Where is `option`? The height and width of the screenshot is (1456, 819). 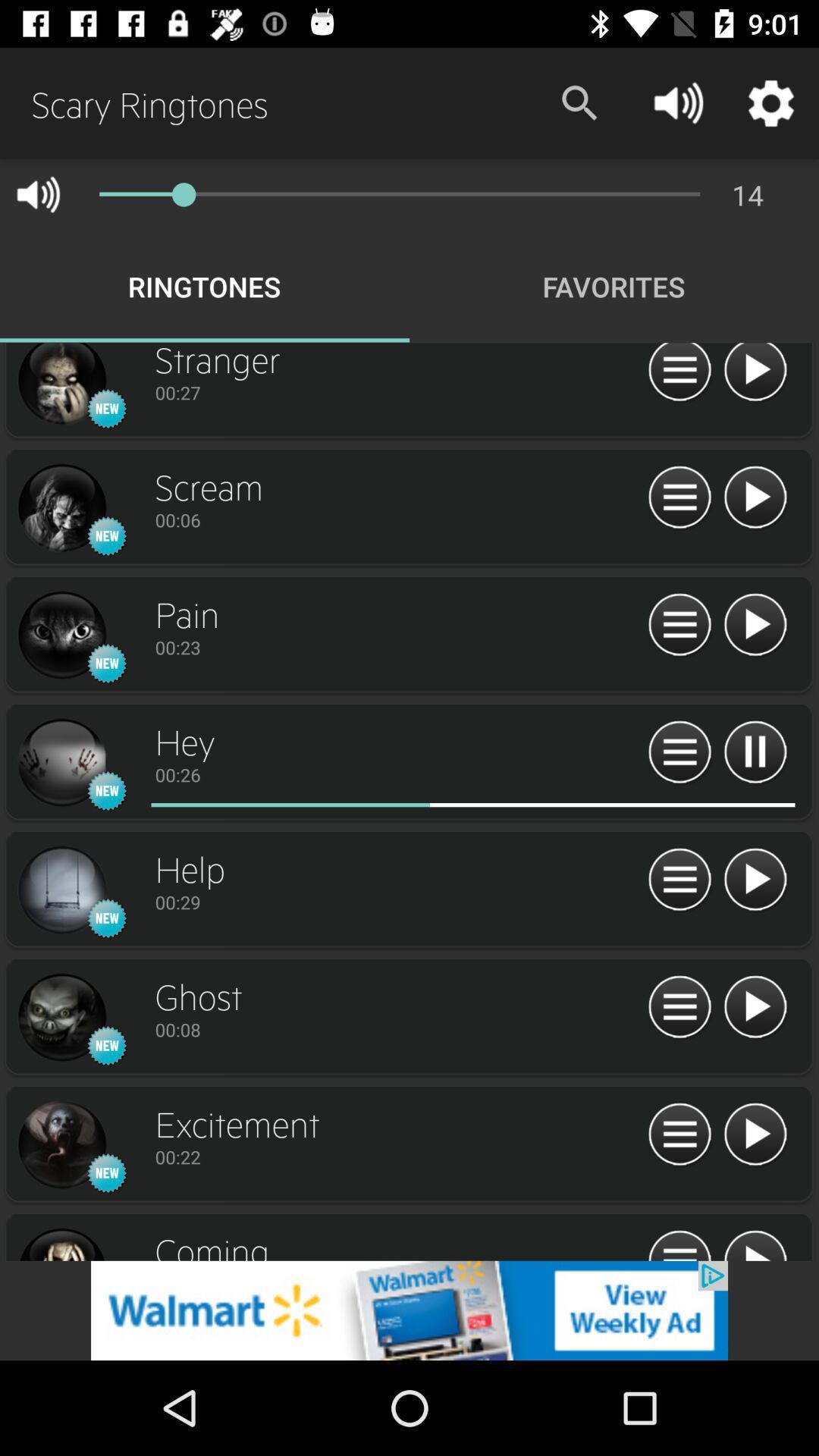 option is located at coordinates (755, 626).